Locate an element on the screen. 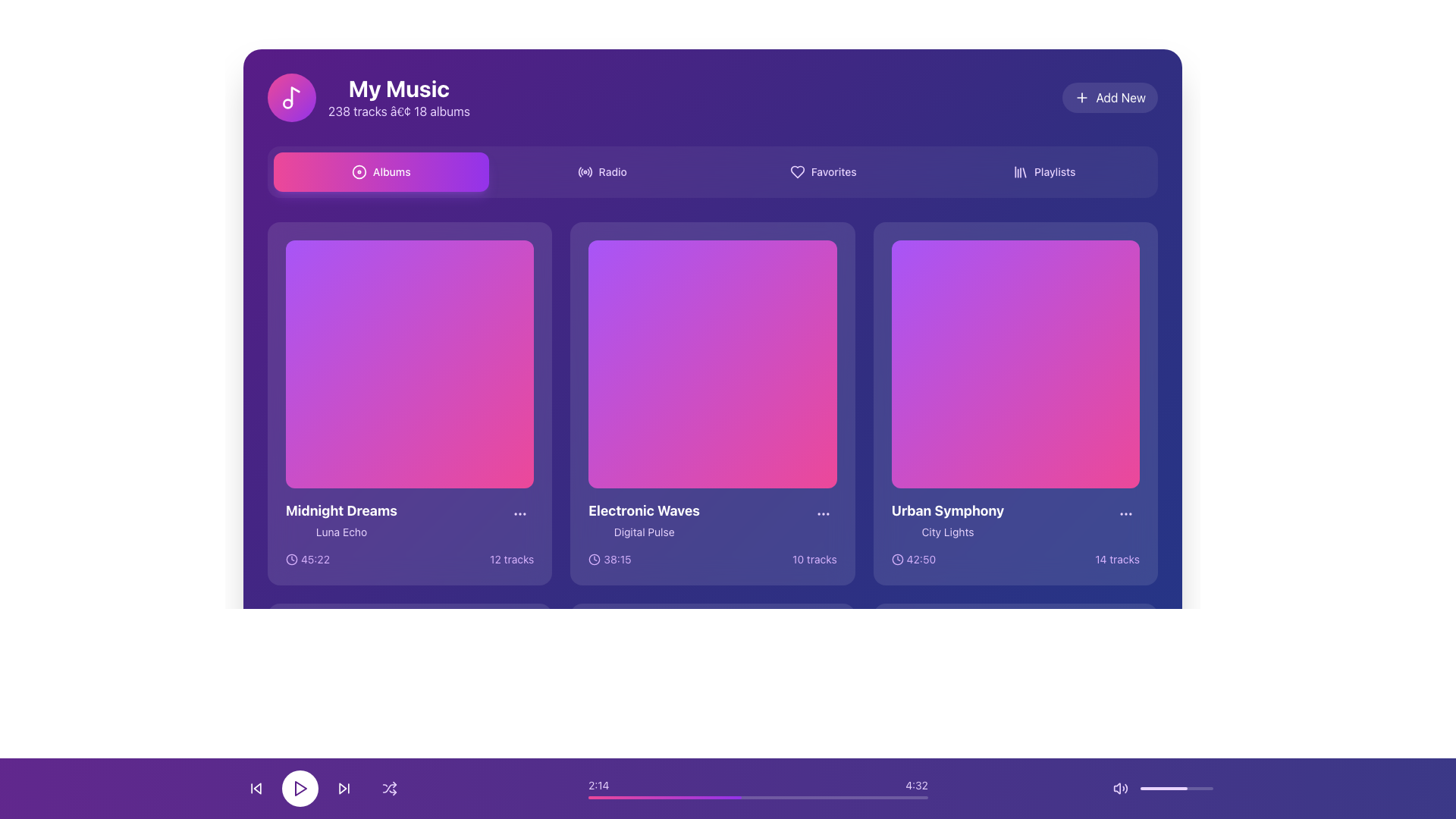 The width and height of the screenshot is (1456, 819). the SVG Icon that visually distinguishes the 'Playlists' navigation tab, located to the left of the text label 'Playlists' in the rightmost navigation tab is located at coordinates (1020, 171).